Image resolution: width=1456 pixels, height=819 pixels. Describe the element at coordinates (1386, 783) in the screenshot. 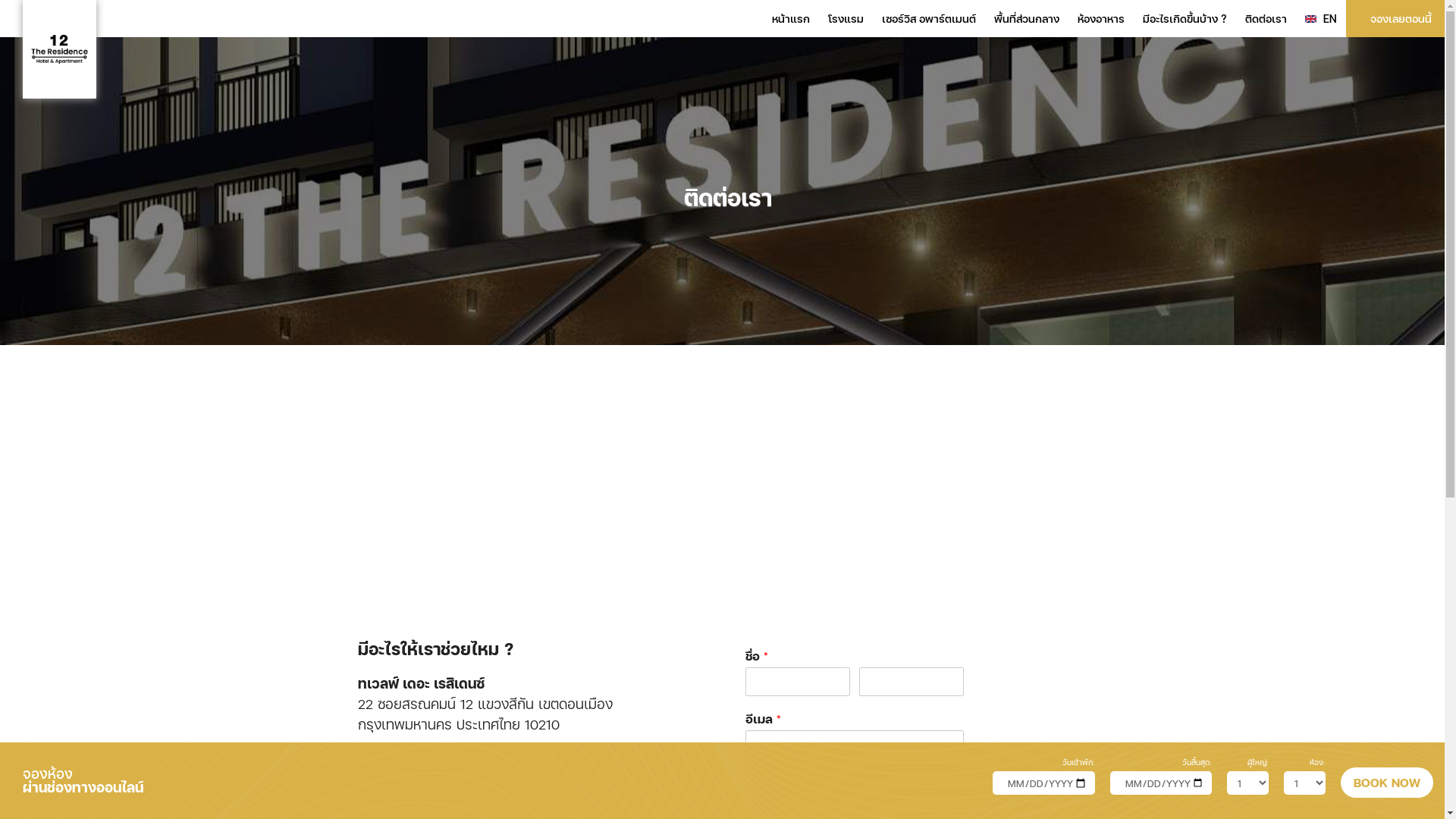

I see `'Book Now'` at that location.